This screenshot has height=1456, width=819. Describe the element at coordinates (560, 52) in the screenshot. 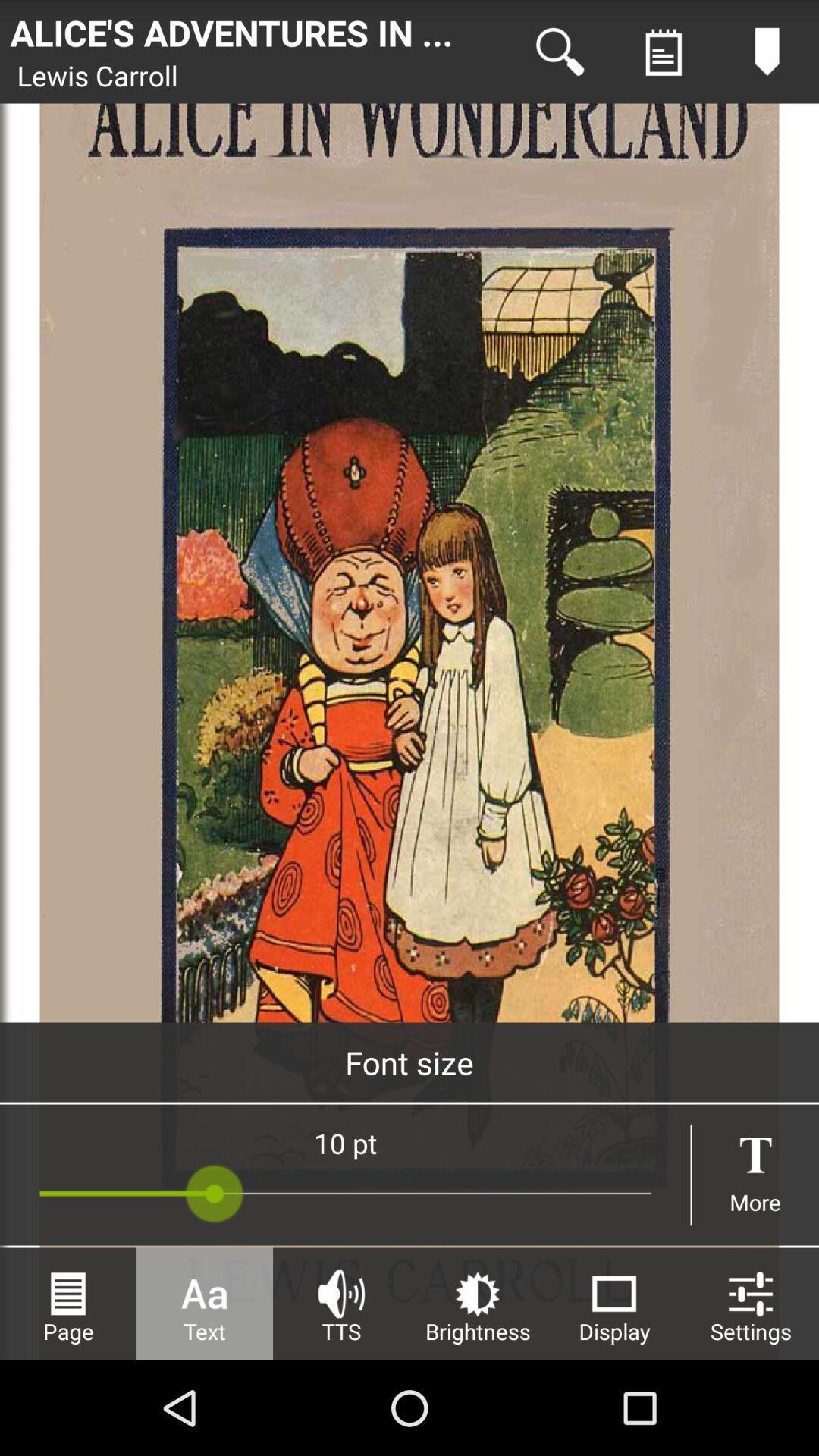

I see `search option` at that location.